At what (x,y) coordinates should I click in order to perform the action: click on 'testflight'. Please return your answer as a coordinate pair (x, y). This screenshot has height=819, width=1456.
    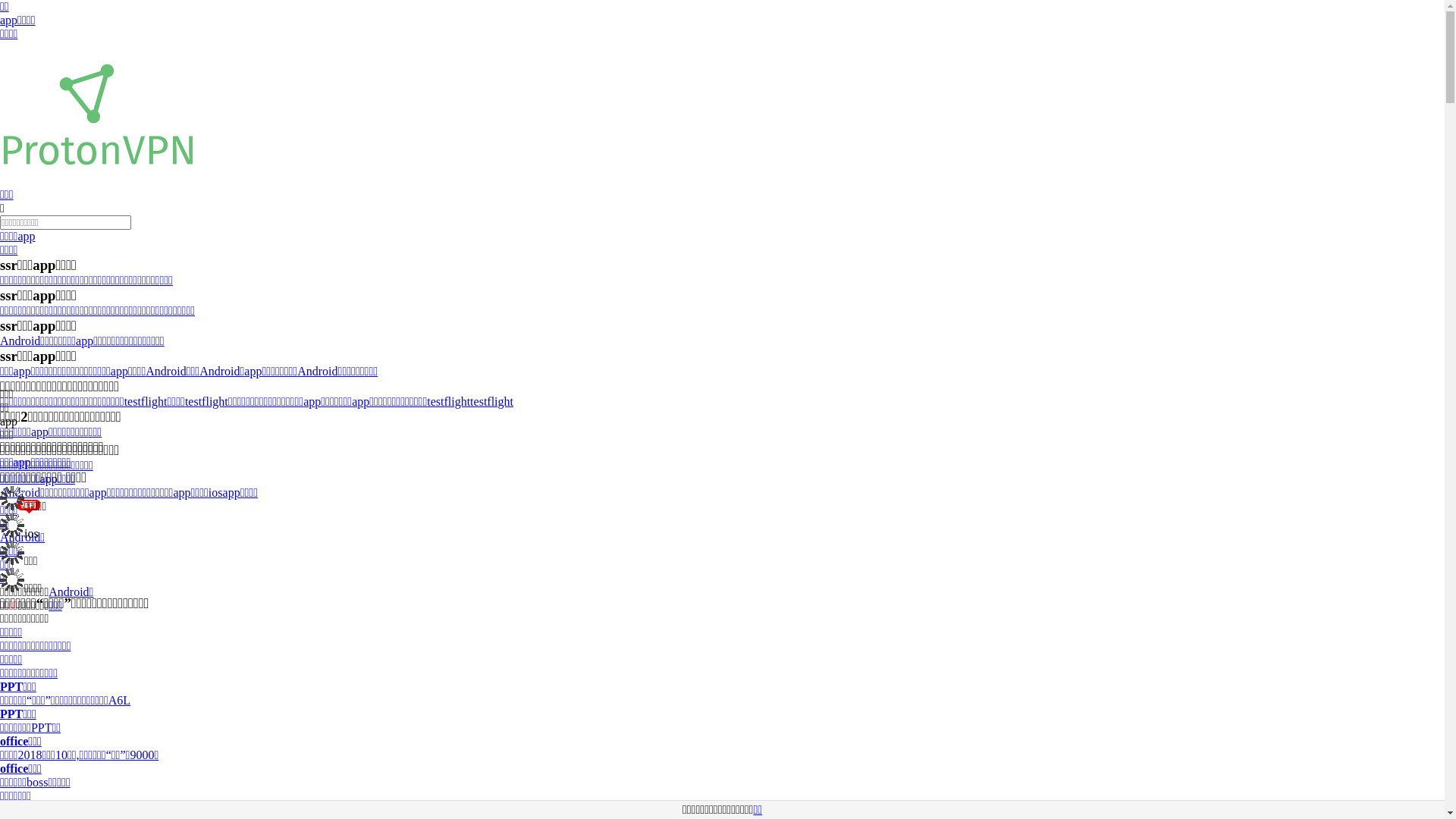
    Looking at the image, I should click on (146, 400).